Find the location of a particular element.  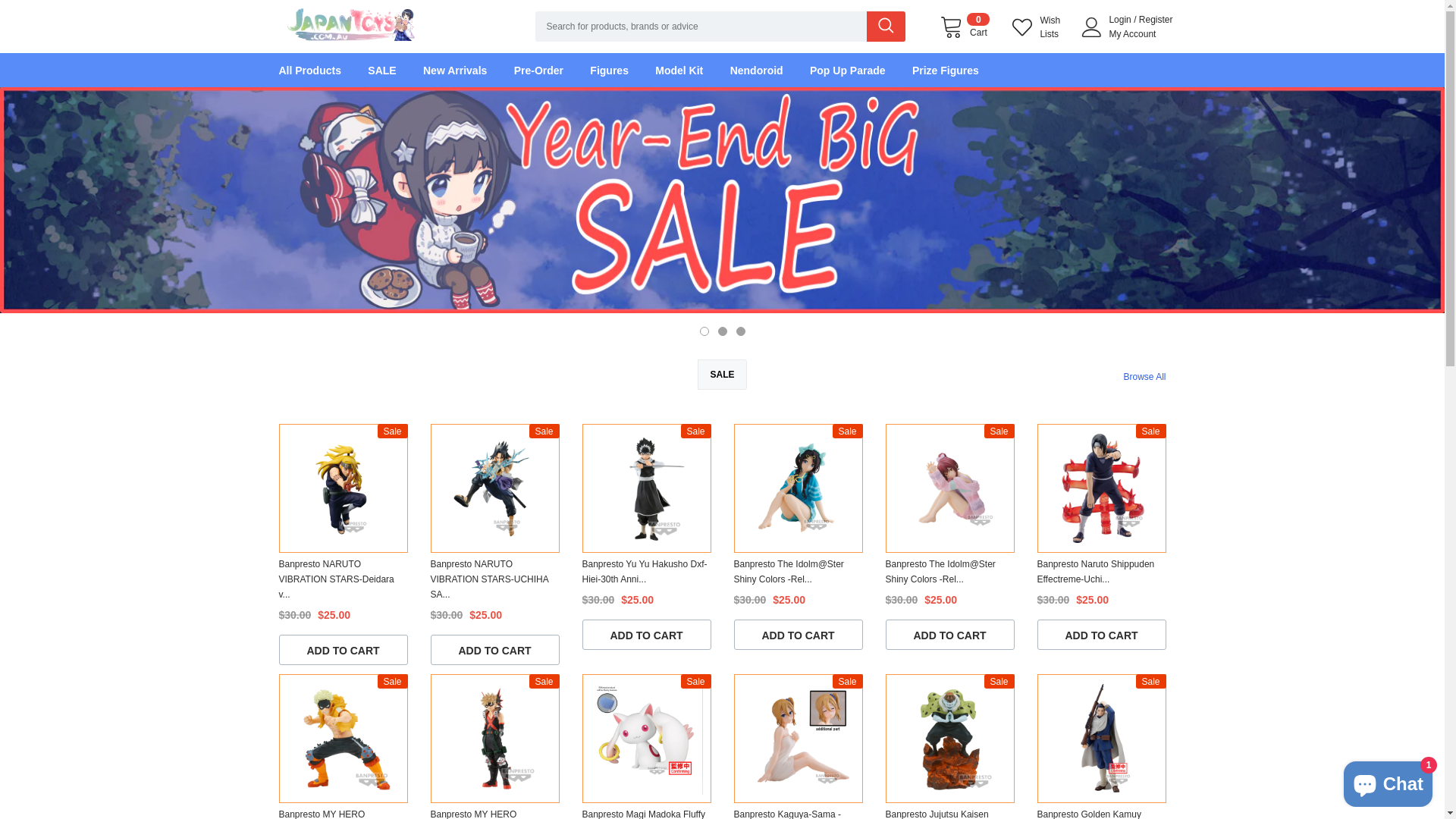

'0 is located at coordinates (964, 27).